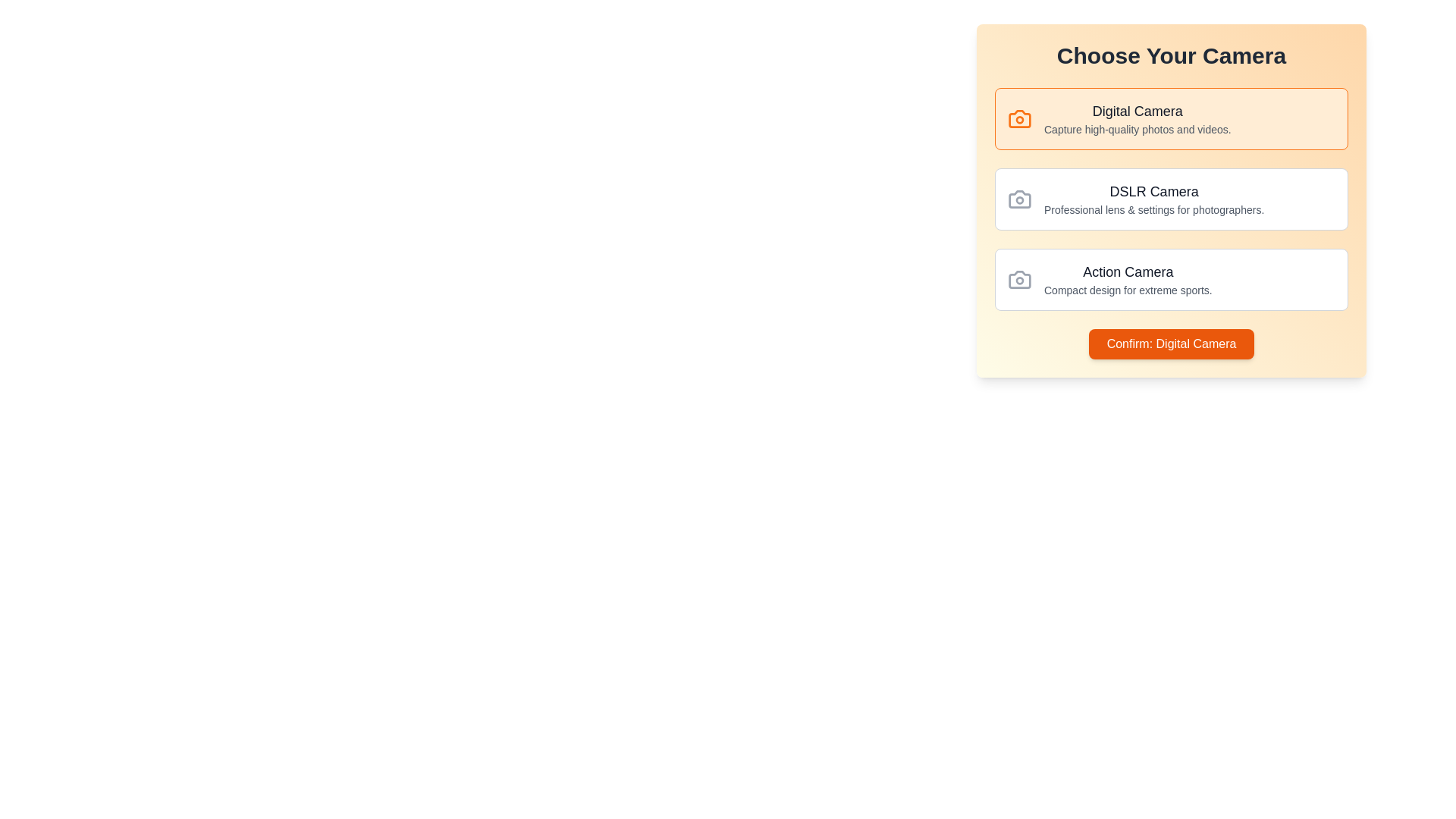 The height and width of the screenshot is (819, 1456). Describe the element at coordinates (1019, 198) in the screenshot. I see `the decorative icon that signifies the 'DSLR Camera' option in the 'Choose Your Camera' section located at the top-left corner of the button` at that location.